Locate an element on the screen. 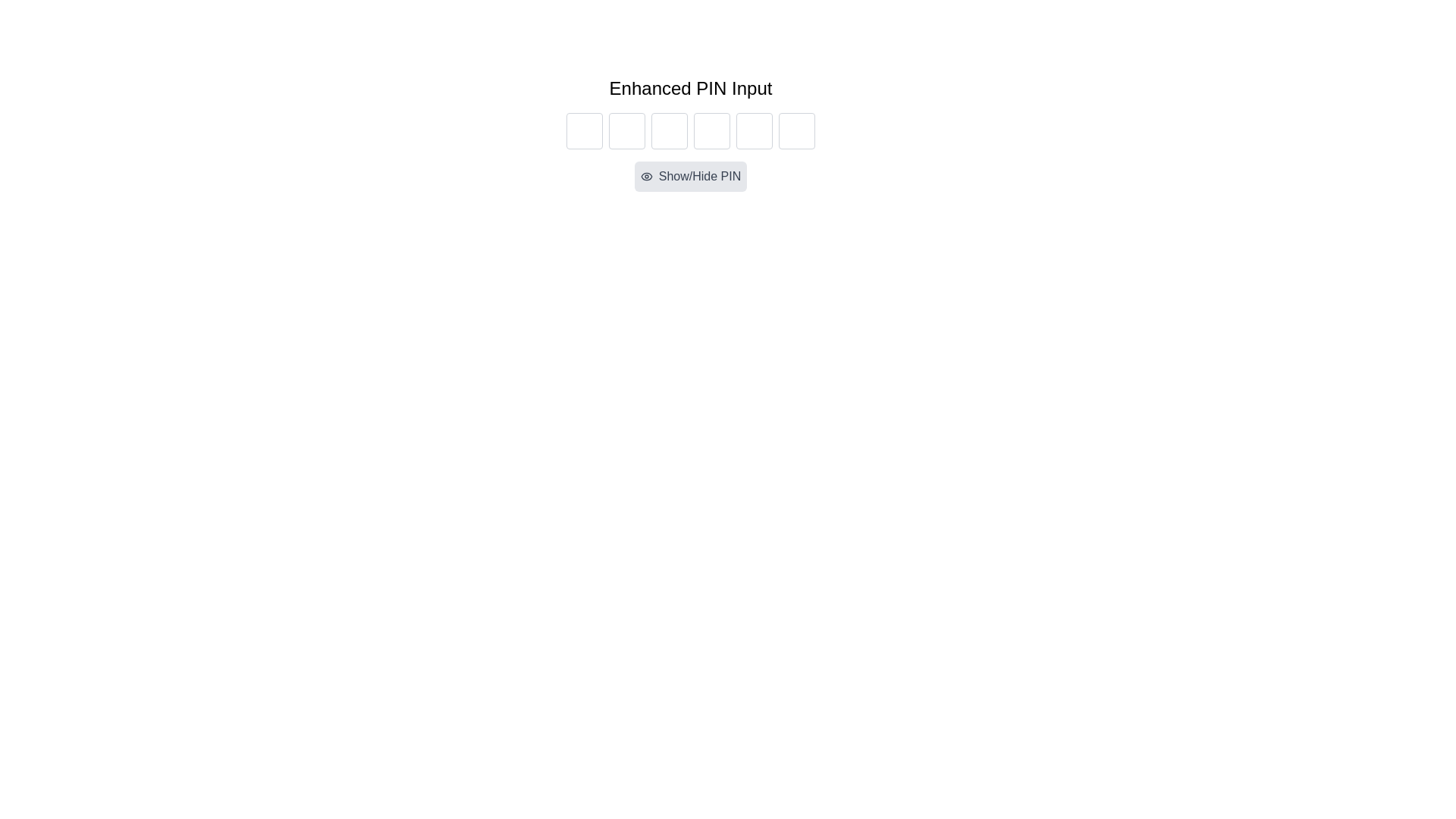 Image resolution: width=1456 pixels, height=819 pixels. the Text Label that serves as a title for the enhanced PIN input feature, located above the PIN input boxes and the 'Show/Hide PIN' button is located at coordinates (690, 88).